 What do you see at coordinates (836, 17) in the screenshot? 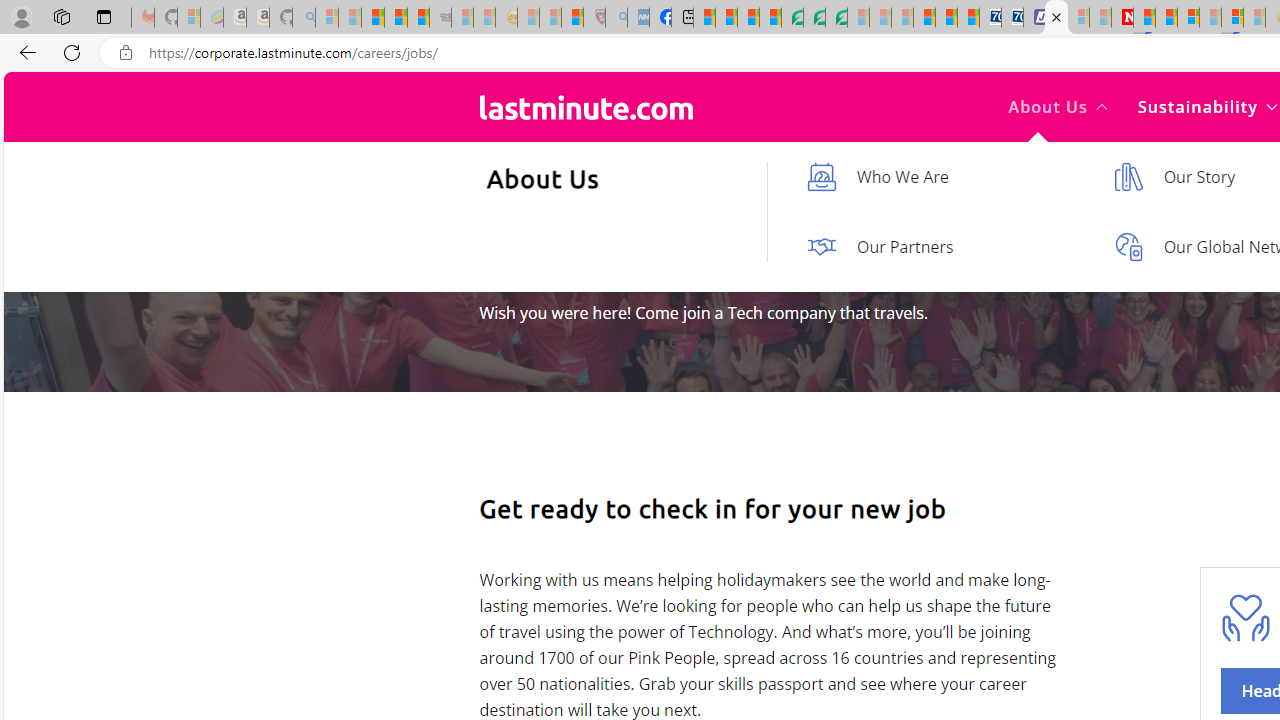
I see `'Microsoft Word - consumer-privacy address update 2.2021'` at bounding box center [836, 17].